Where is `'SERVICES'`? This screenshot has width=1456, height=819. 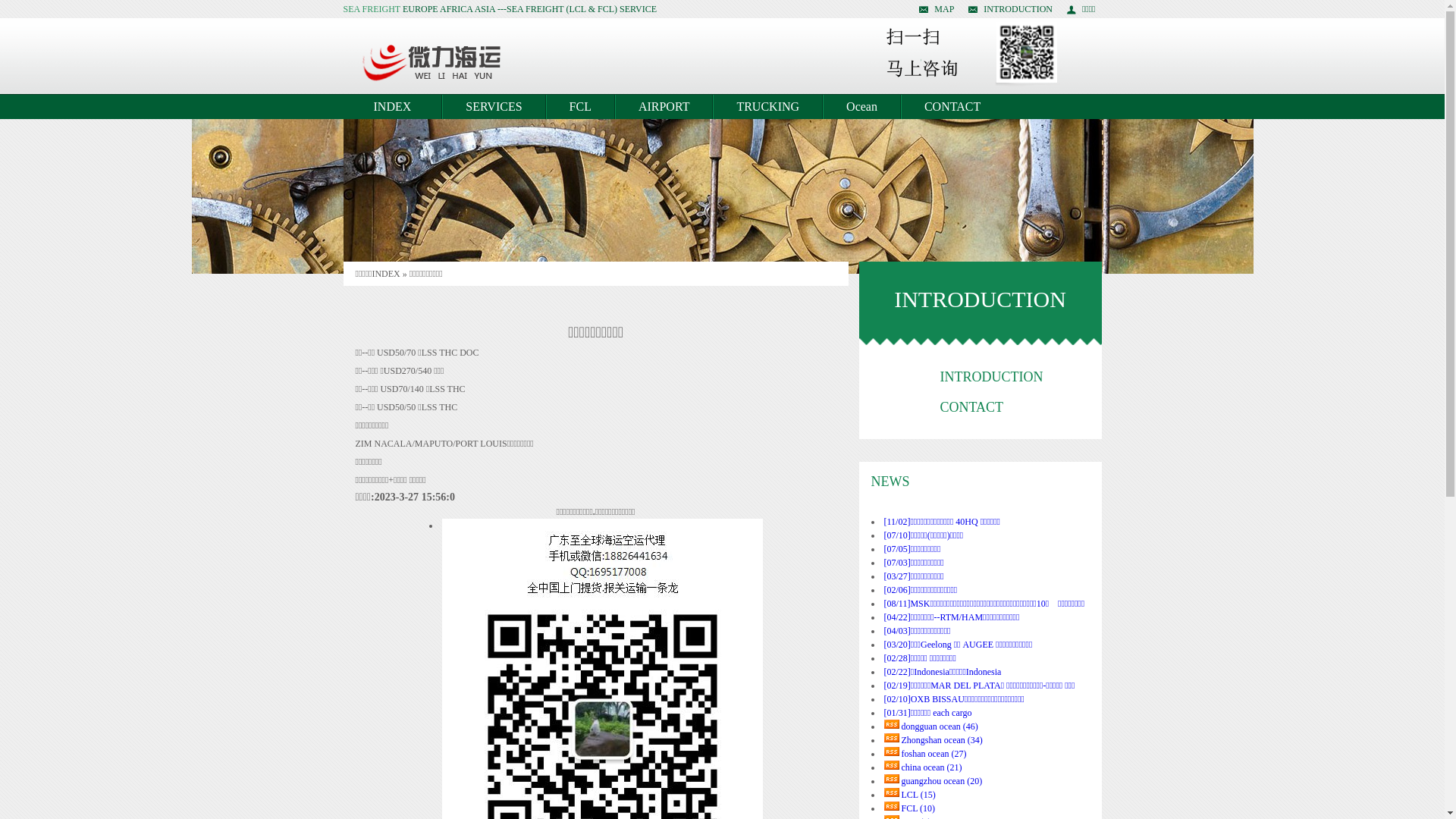
'SERVICES' is located at coordinates (441, 106).